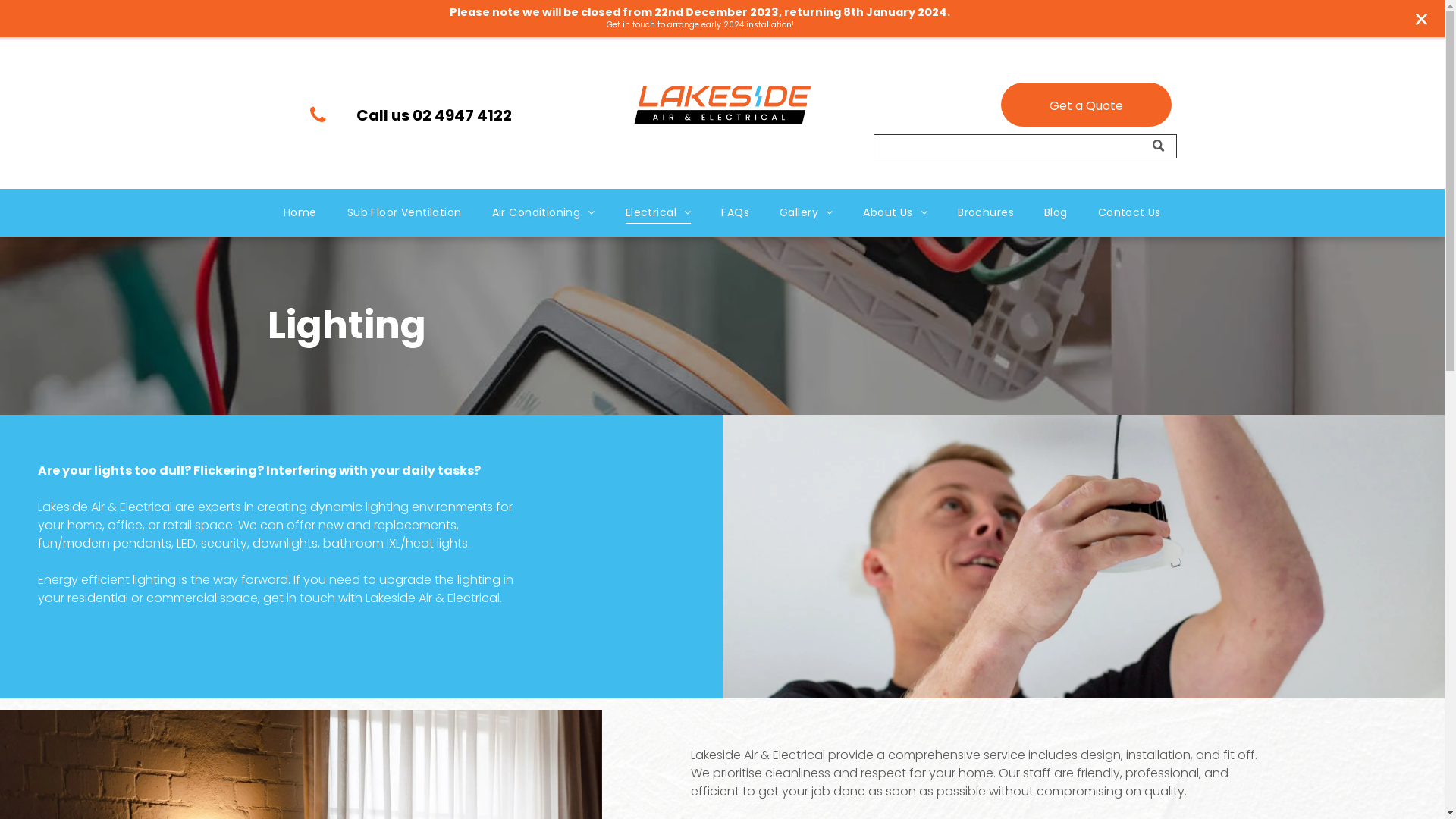 This screenshot has width=1456, height=819. What do you see at coordinates (735, 212) in the screenshot?
I see `'FAQs'` at bounding box center [735, 212].